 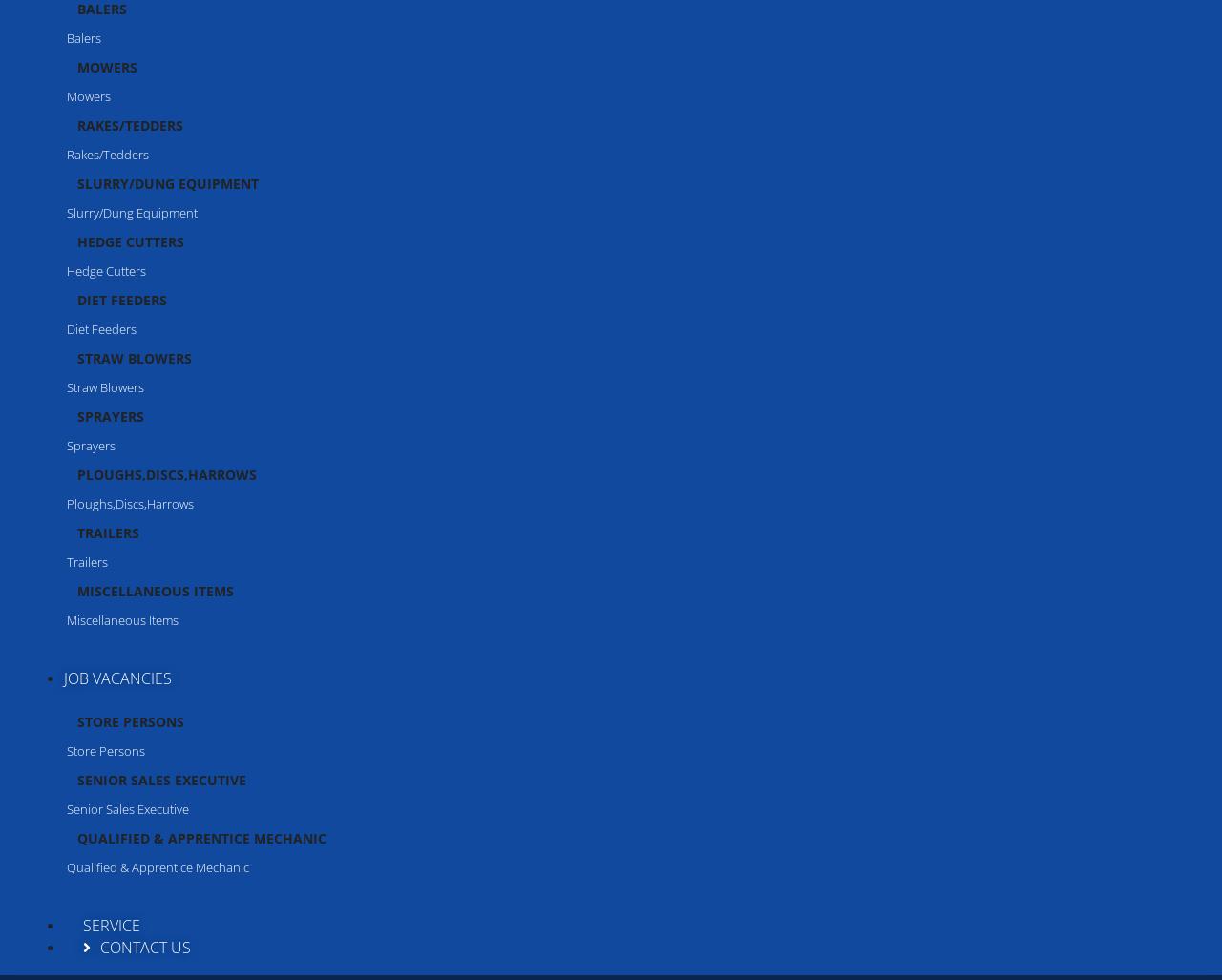 What do you see at coordinates (47, 67) in the screenshot?
I see `'€ 34  inc. VAT'` at bounding box center [47, 67].